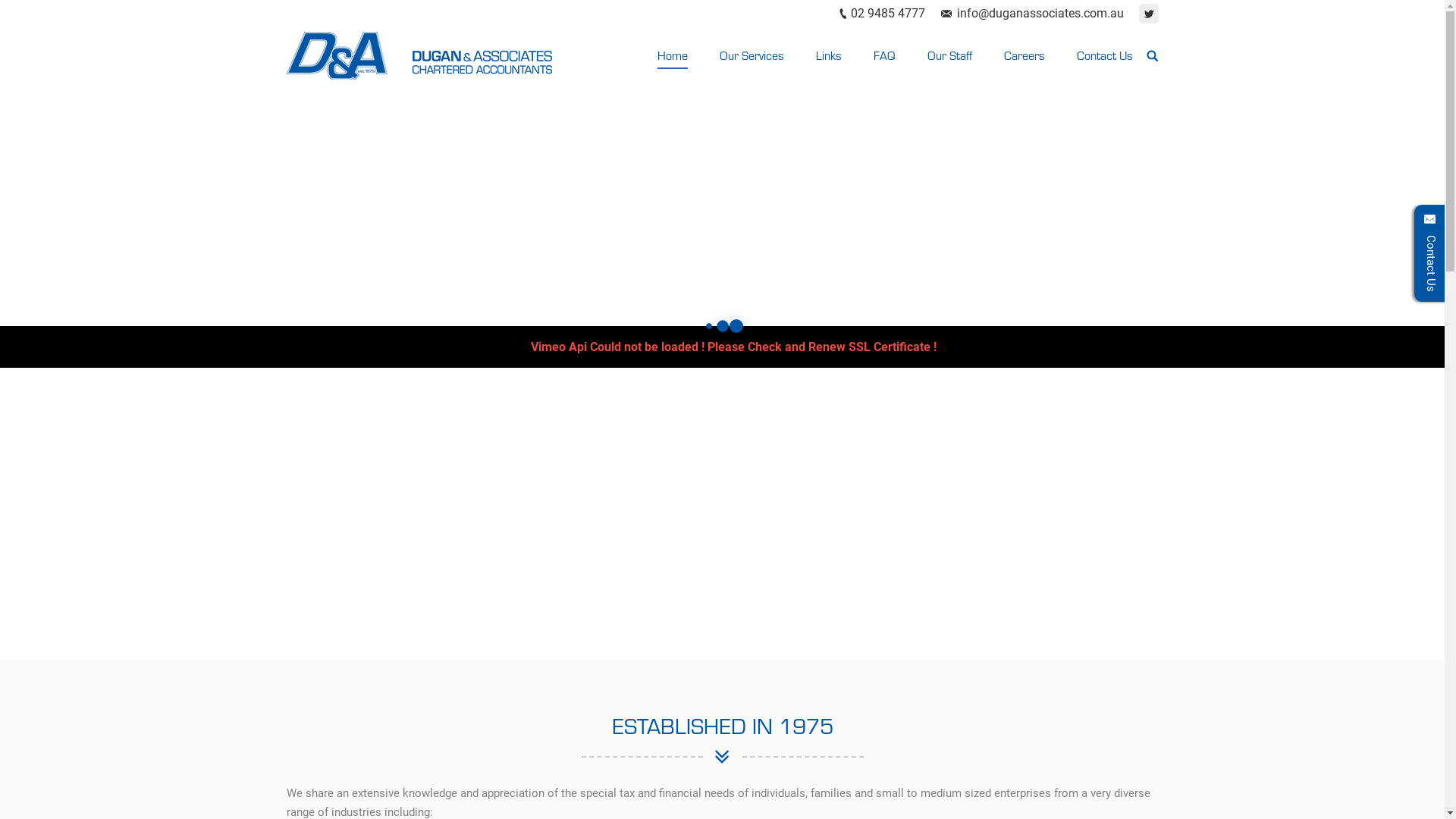 This screenshot has height=819, width=1456. Describe the element at coordinates (1149, 14) in the screenshot. I see `'Twitter'` at that location.